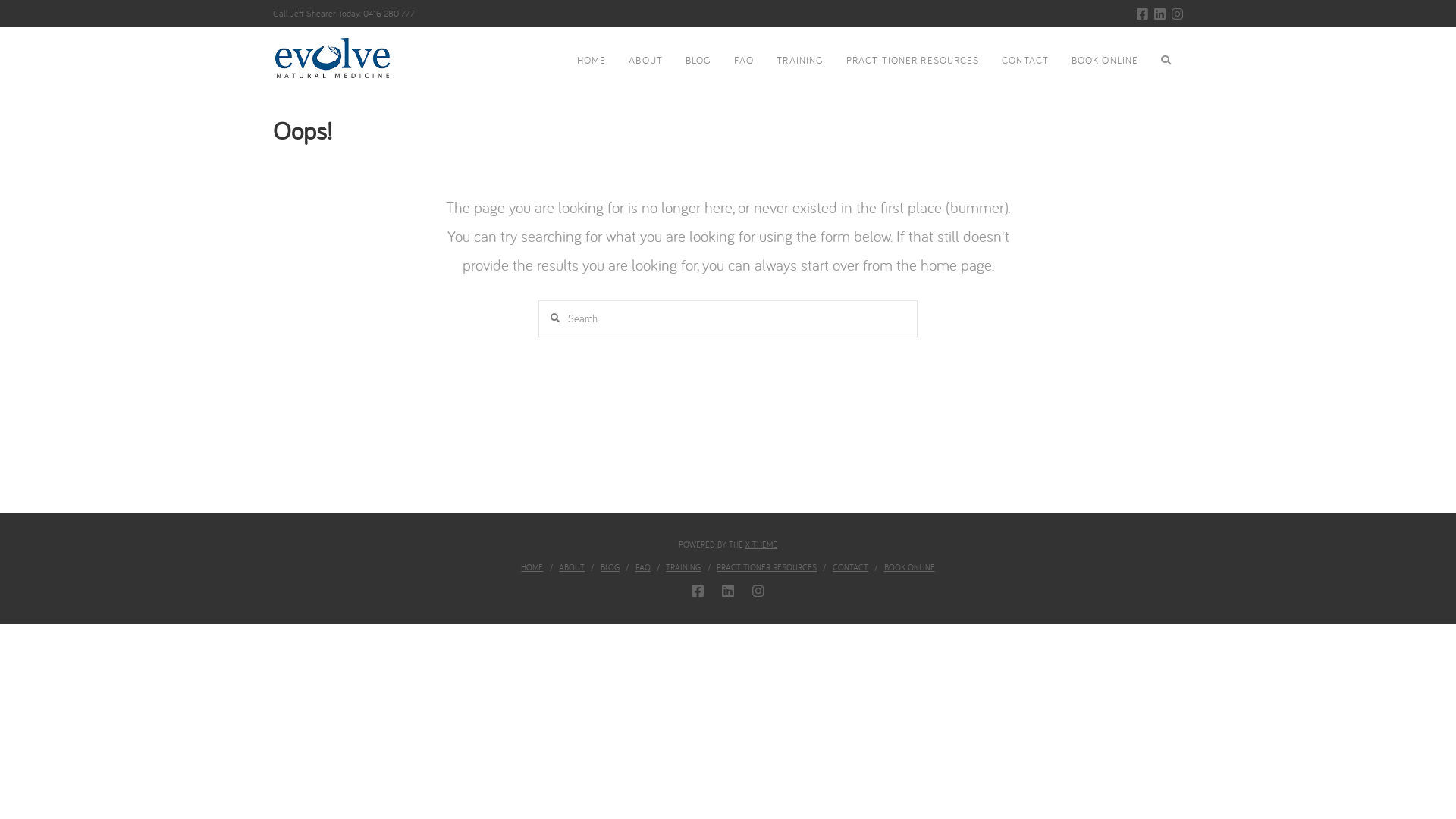 The height and width of the screenshot is (819, 1456). What do you see at coordinates (698, 61) in the screenshot?
I see `'BLOG'` at bounding box center [698, 61].